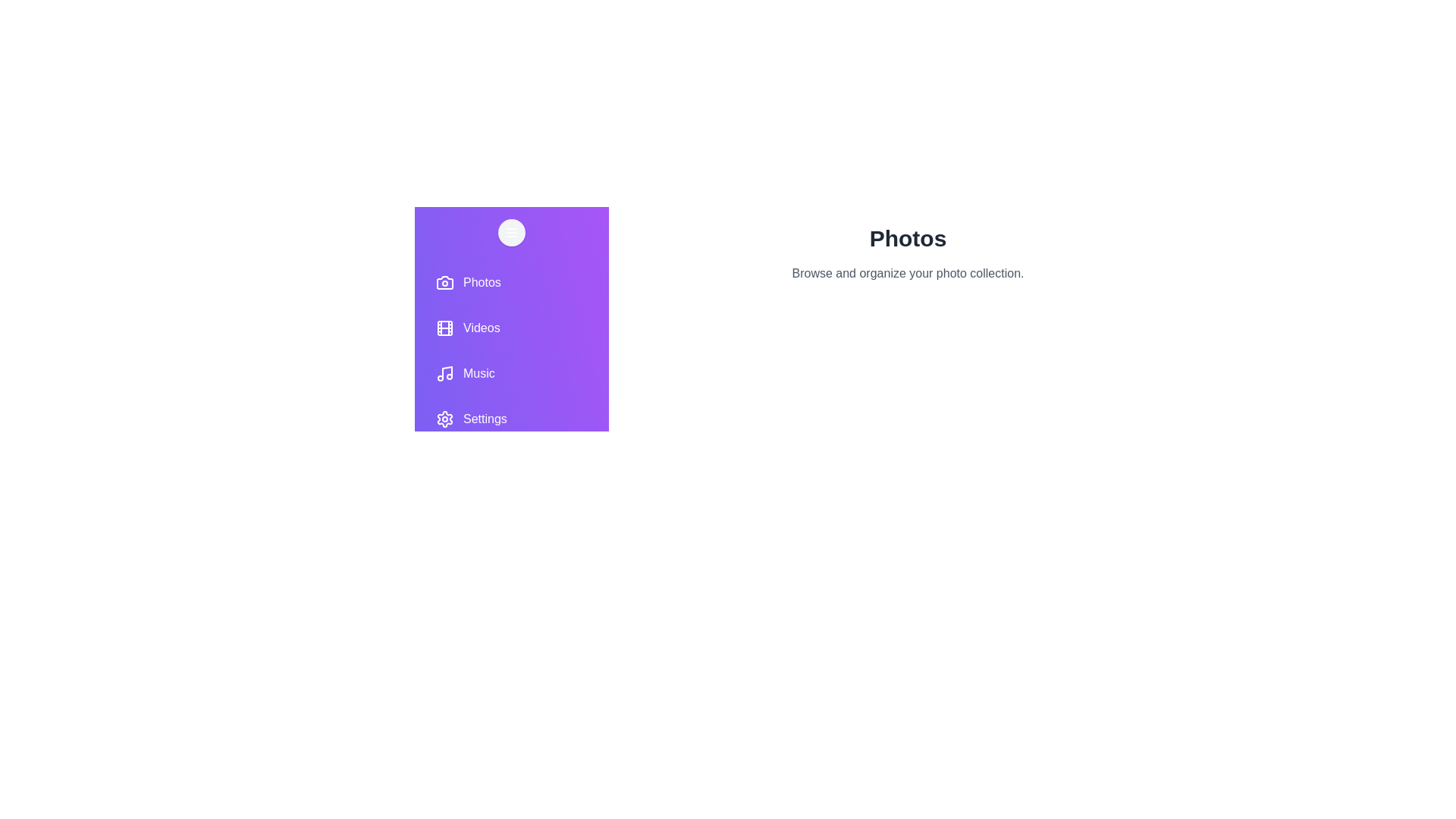  I want to click on the Photos tab to view its contents, so click(512, 283).